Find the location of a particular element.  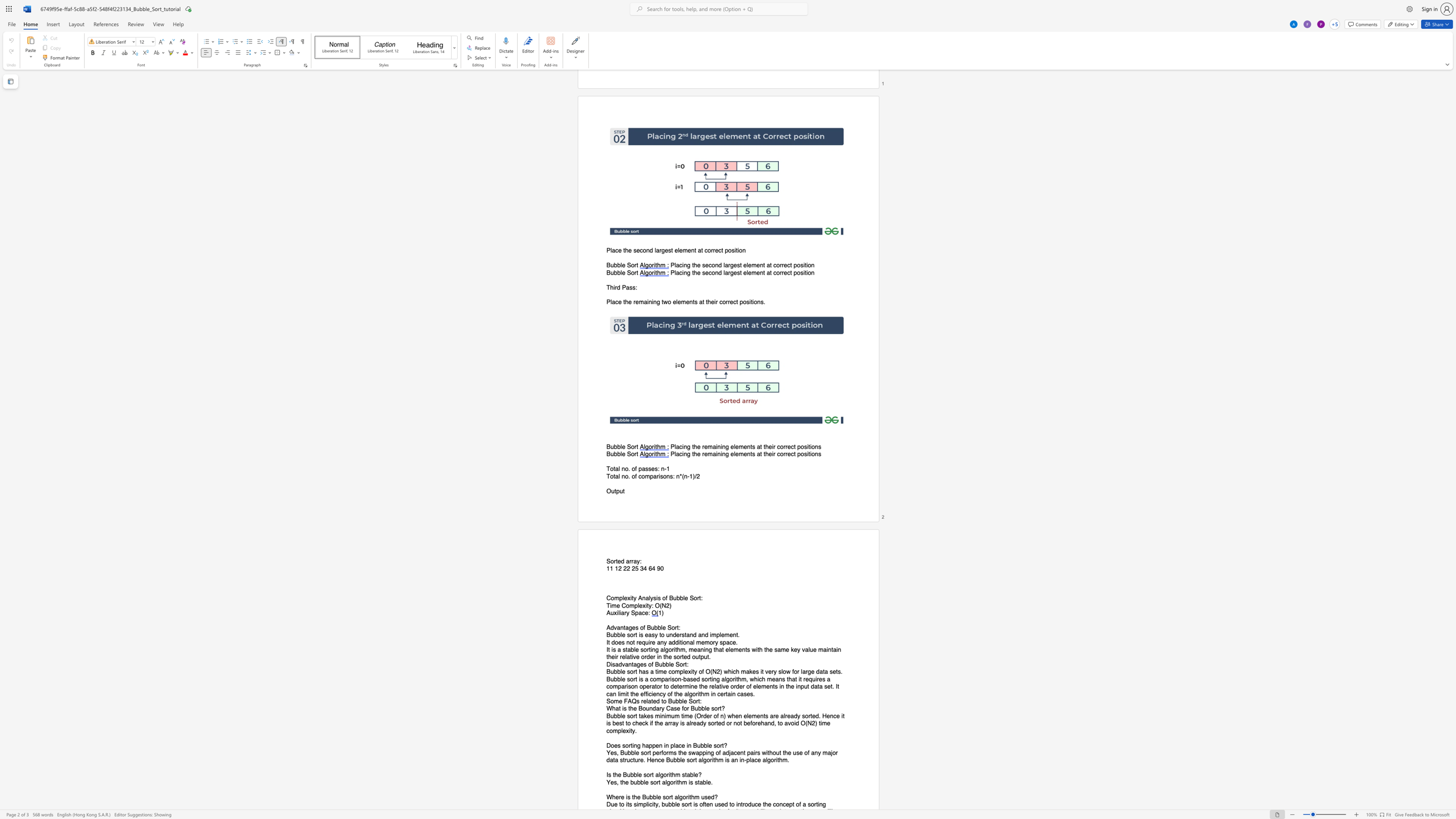

the 1th character "B" in the text is located at coordinates (695, 745).